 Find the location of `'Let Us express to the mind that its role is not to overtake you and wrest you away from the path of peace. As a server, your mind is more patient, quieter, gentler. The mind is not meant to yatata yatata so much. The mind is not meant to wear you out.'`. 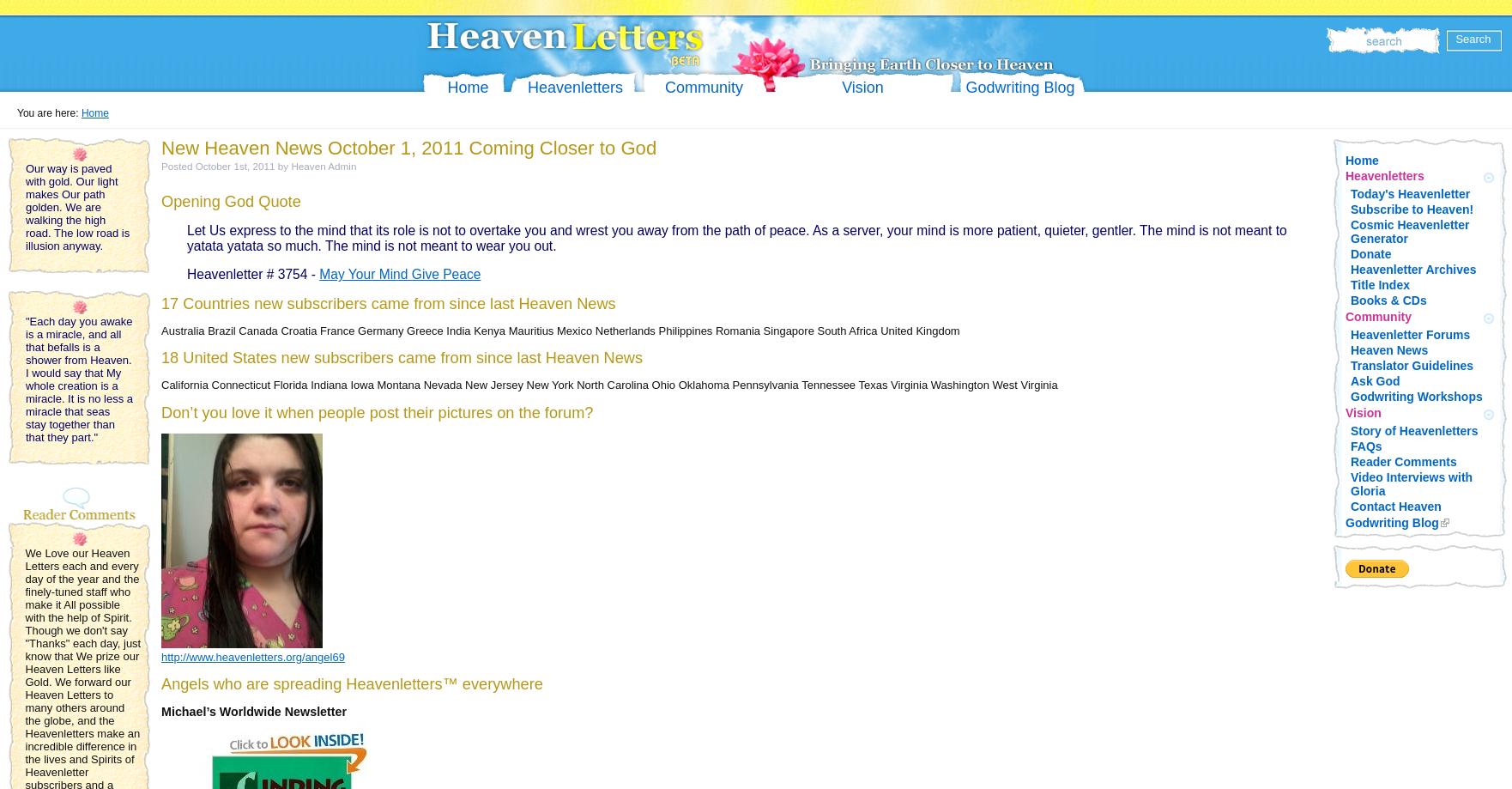

'Let Us express to the mind that its role is not to overtake you and wrest you away from the path of peace. As a server, your mind is more patient, quieter, gentler. The mind is not meant to yatata yatata so much. The mind is not meant to wear you out.' is located at coordinates (735, 237).